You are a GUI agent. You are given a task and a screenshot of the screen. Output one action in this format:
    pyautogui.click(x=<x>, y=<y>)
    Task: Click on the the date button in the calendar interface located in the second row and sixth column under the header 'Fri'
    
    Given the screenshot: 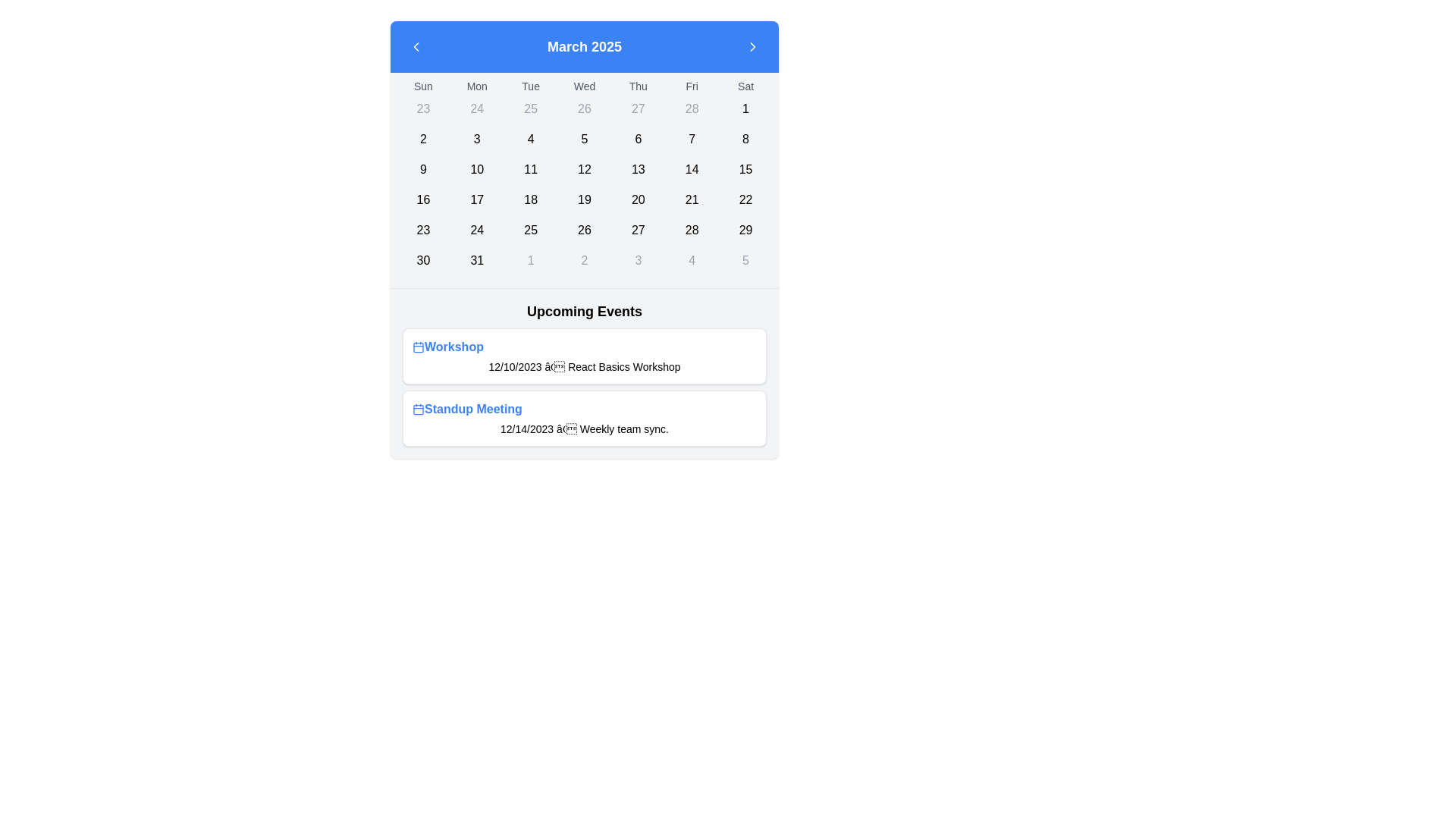 What is the action you would take?
    pyautogui.click(x=691, y=140)
    